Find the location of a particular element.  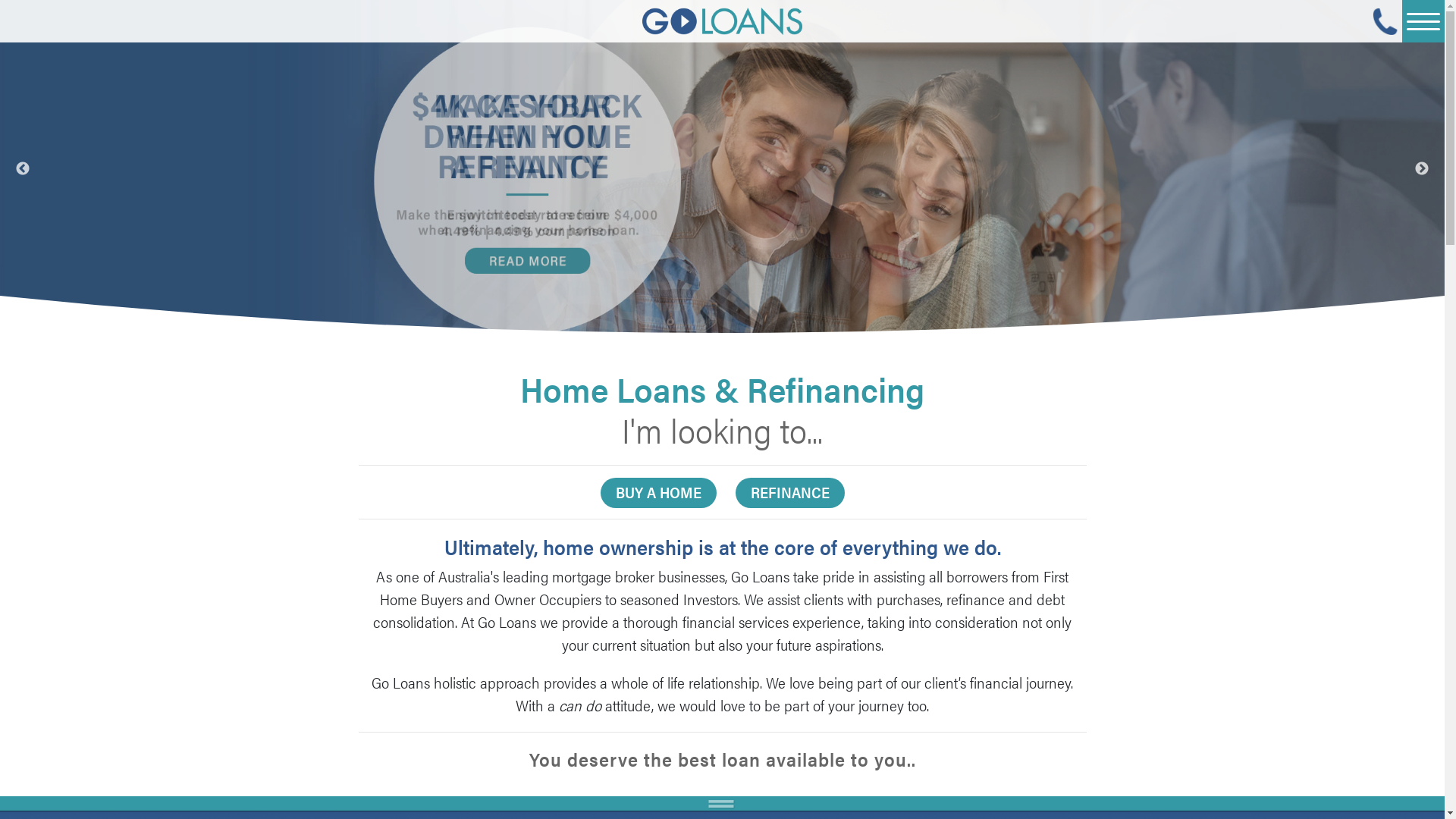

'Previous' is located at coordinates (22, 168).